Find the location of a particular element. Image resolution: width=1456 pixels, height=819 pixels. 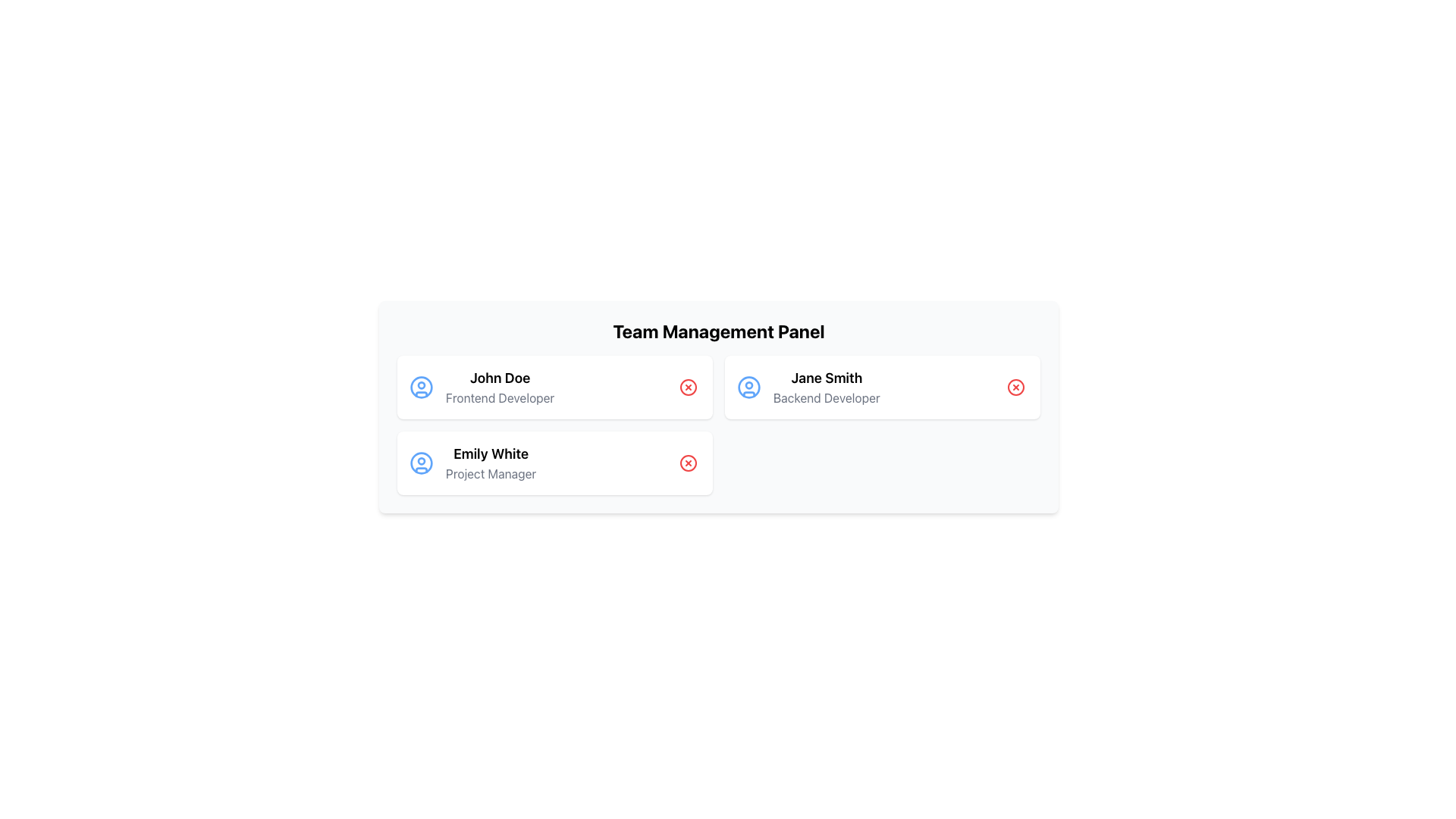

the remove or cancel button located in the third card labeled 'Emily White' in the 'Team Management Panel' interface, positioned to the right side of the card is located at coordinates (687, 462).